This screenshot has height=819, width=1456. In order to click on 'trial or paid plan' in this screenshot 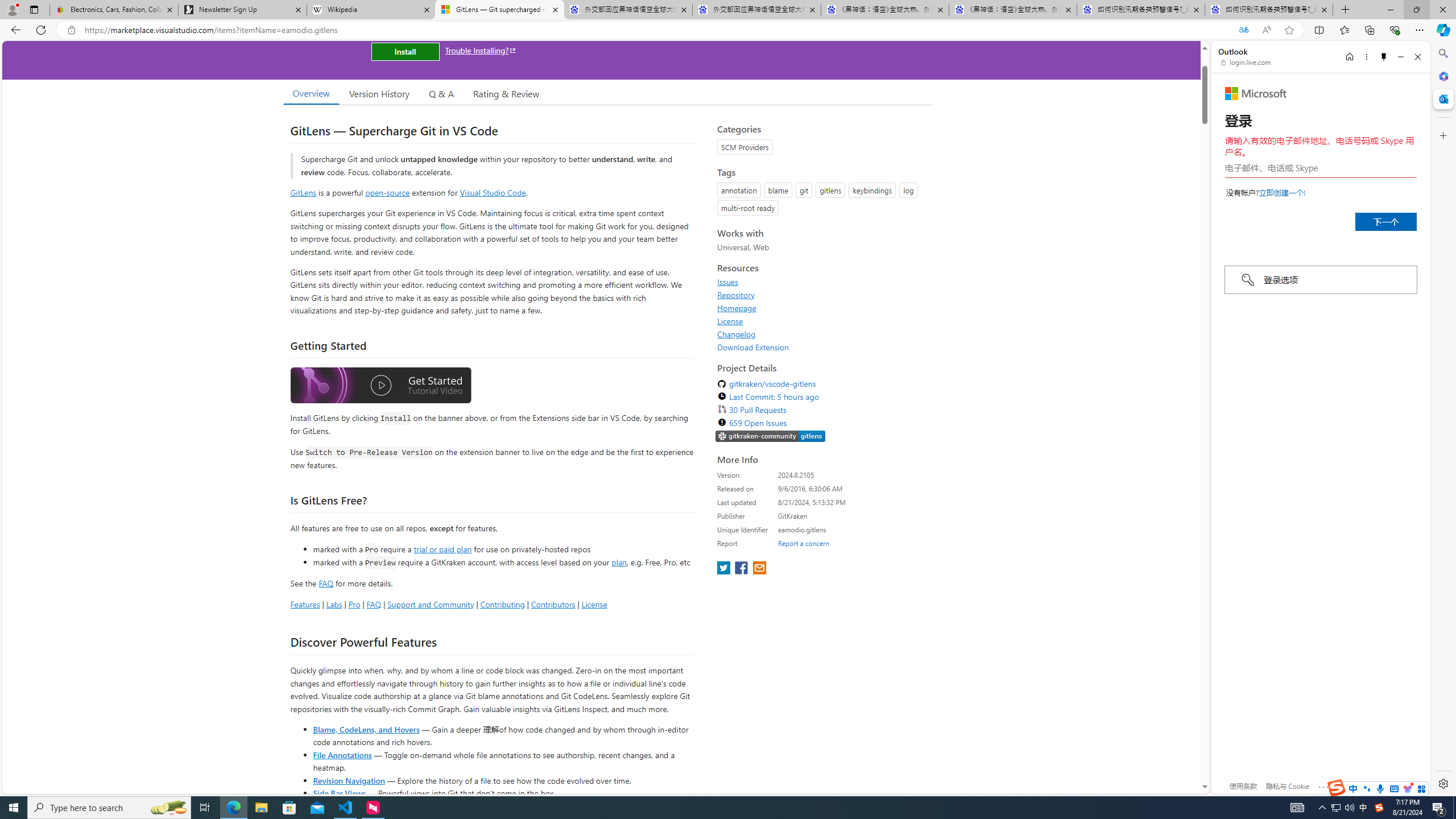, I will do `click(442, 548)`.